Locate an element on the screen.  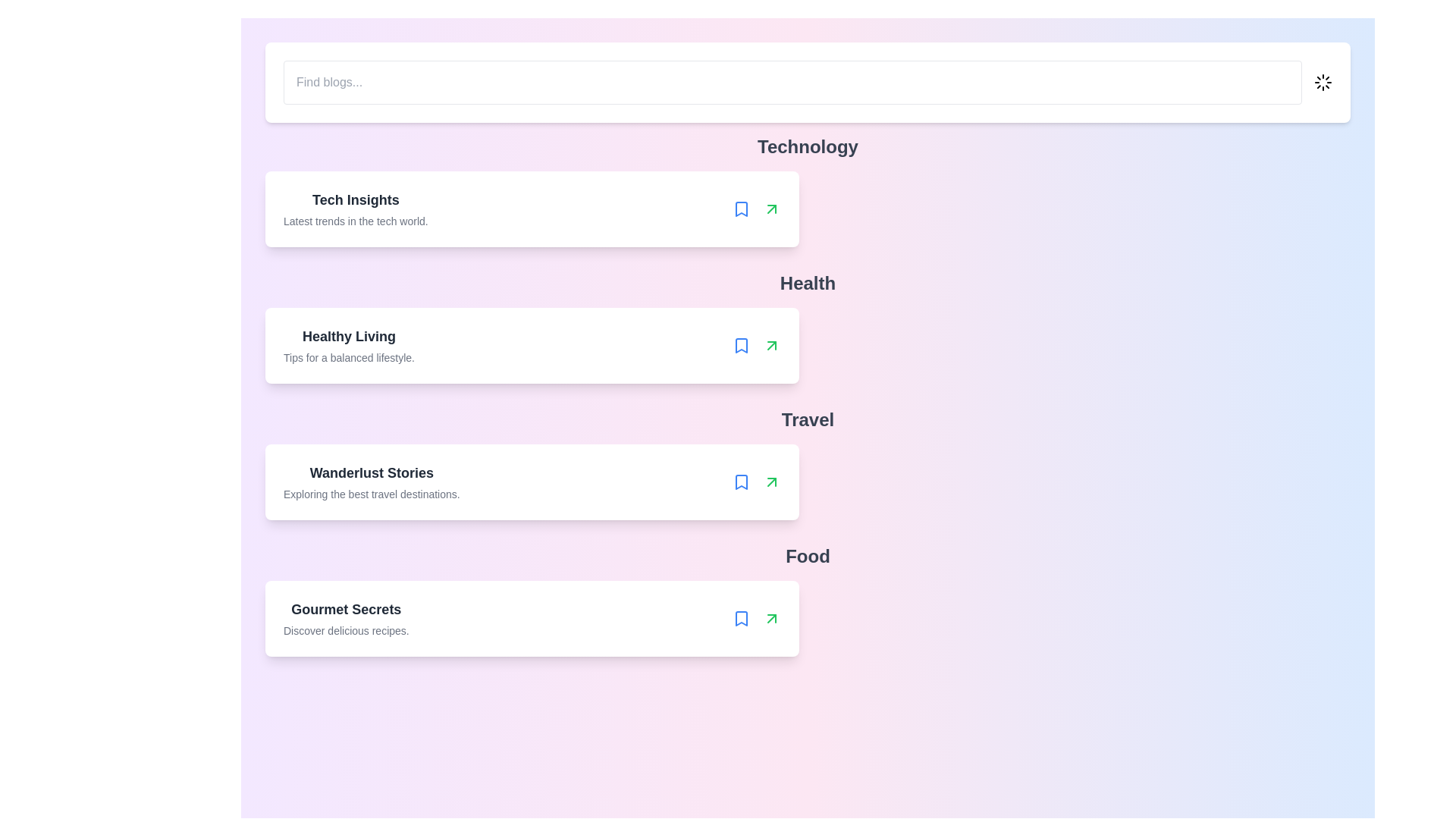
header and subtitle combination located in the 'Food' category card section, which introduces or summarizes content related to 'Gourmet Secrets.' is located at coordinates (345, 619).